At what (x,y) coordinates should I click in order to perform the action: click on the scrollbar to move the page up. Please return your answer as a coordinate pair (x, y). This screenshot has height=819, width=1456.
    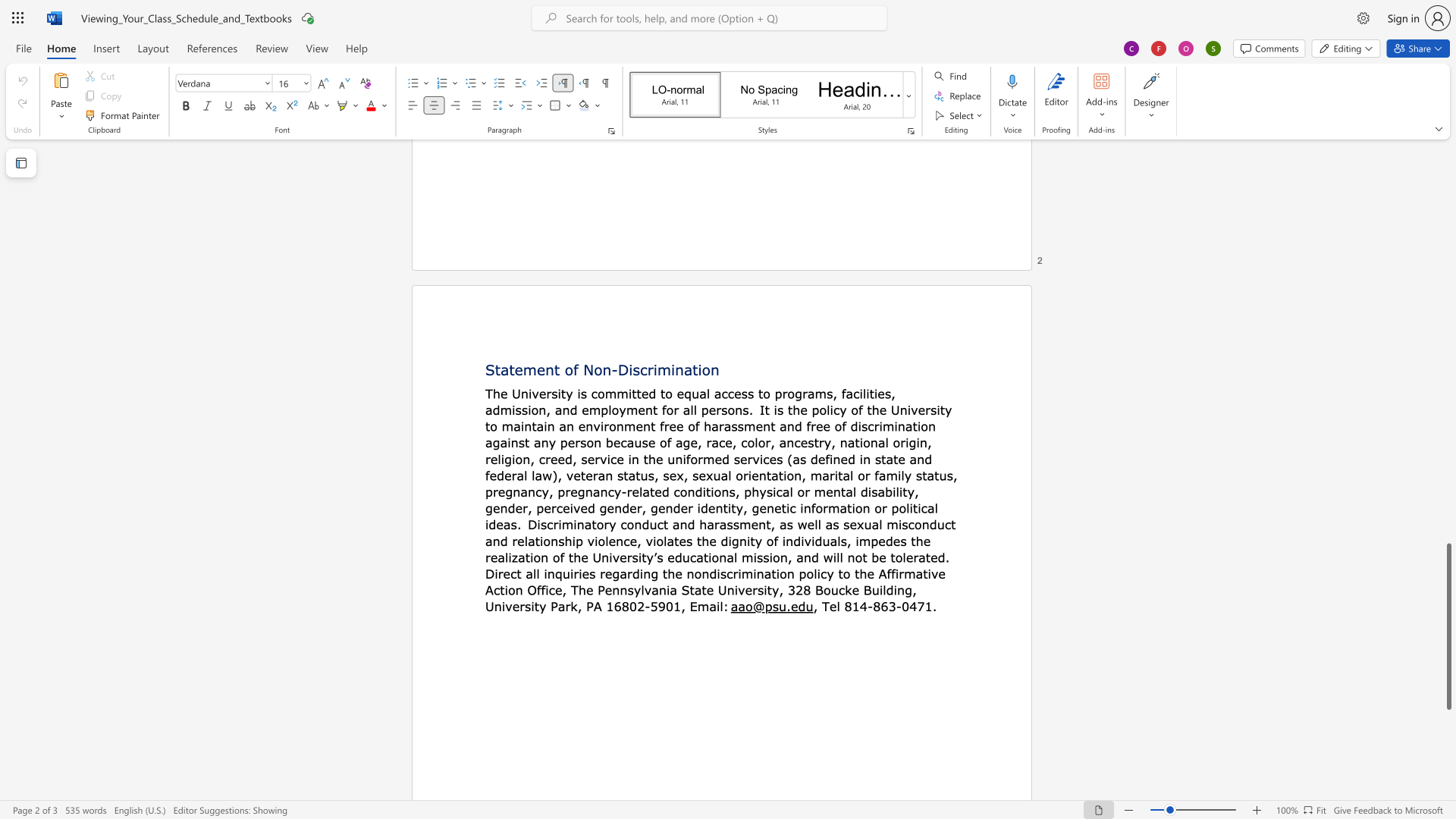
    Looking at the image, I should click on (1448, 281).